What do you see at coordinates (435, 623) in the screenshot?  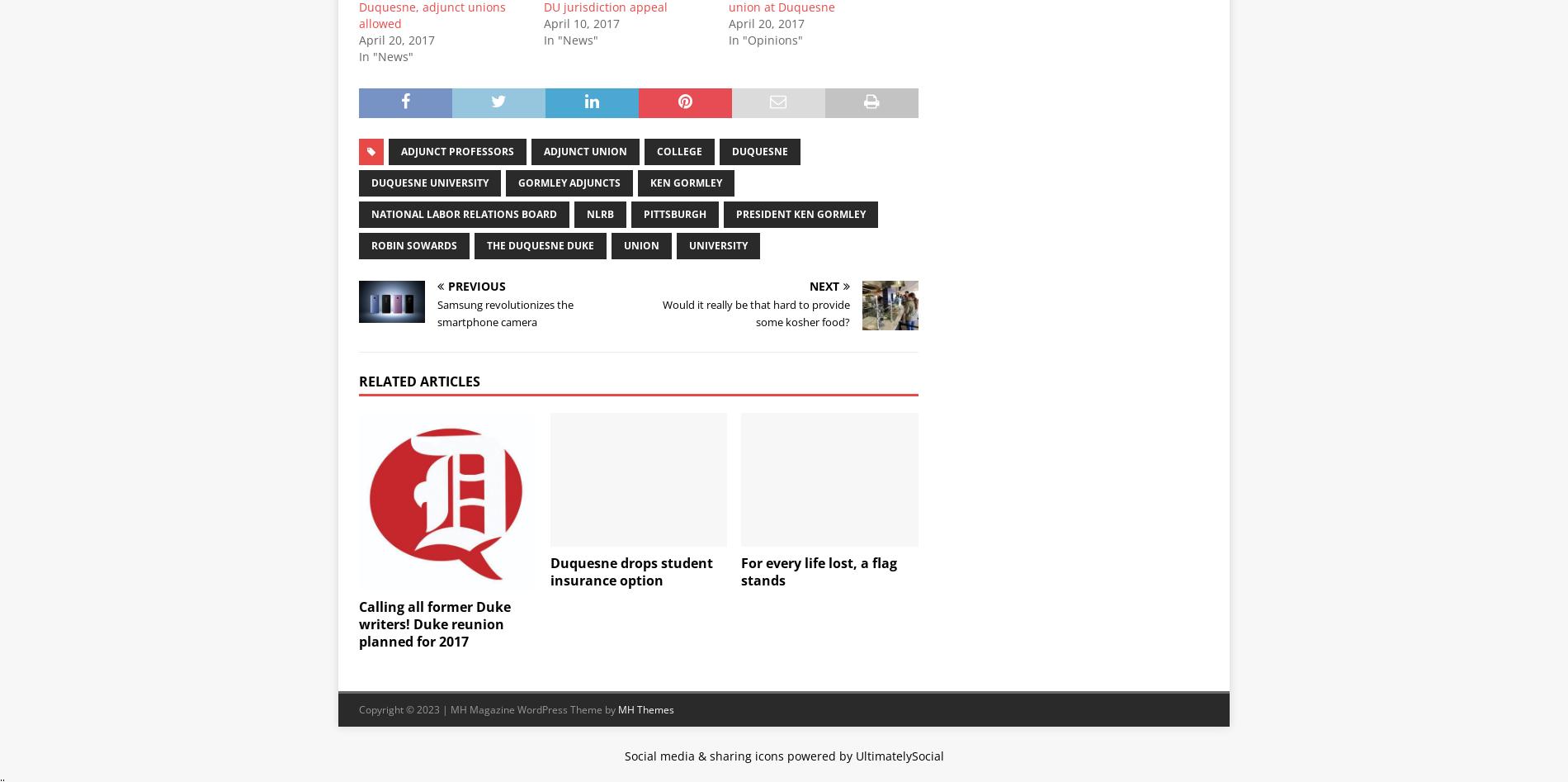 I see `'Calling all former Duke writers! Duke reunion planned for 2017'` at bounding box center [435, 623].